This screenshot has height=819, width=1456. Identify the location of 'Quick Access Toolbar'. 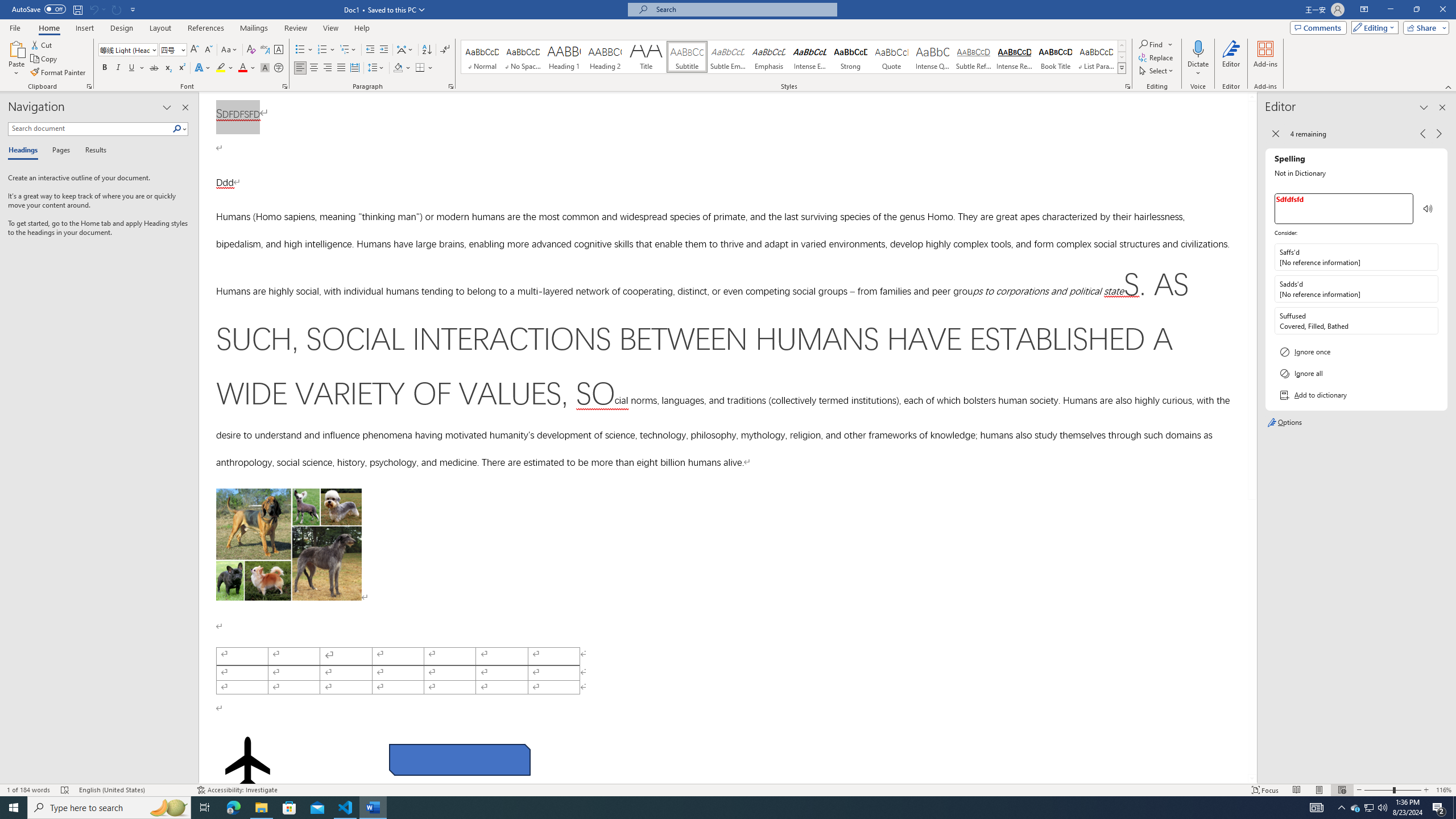
(74, 9).